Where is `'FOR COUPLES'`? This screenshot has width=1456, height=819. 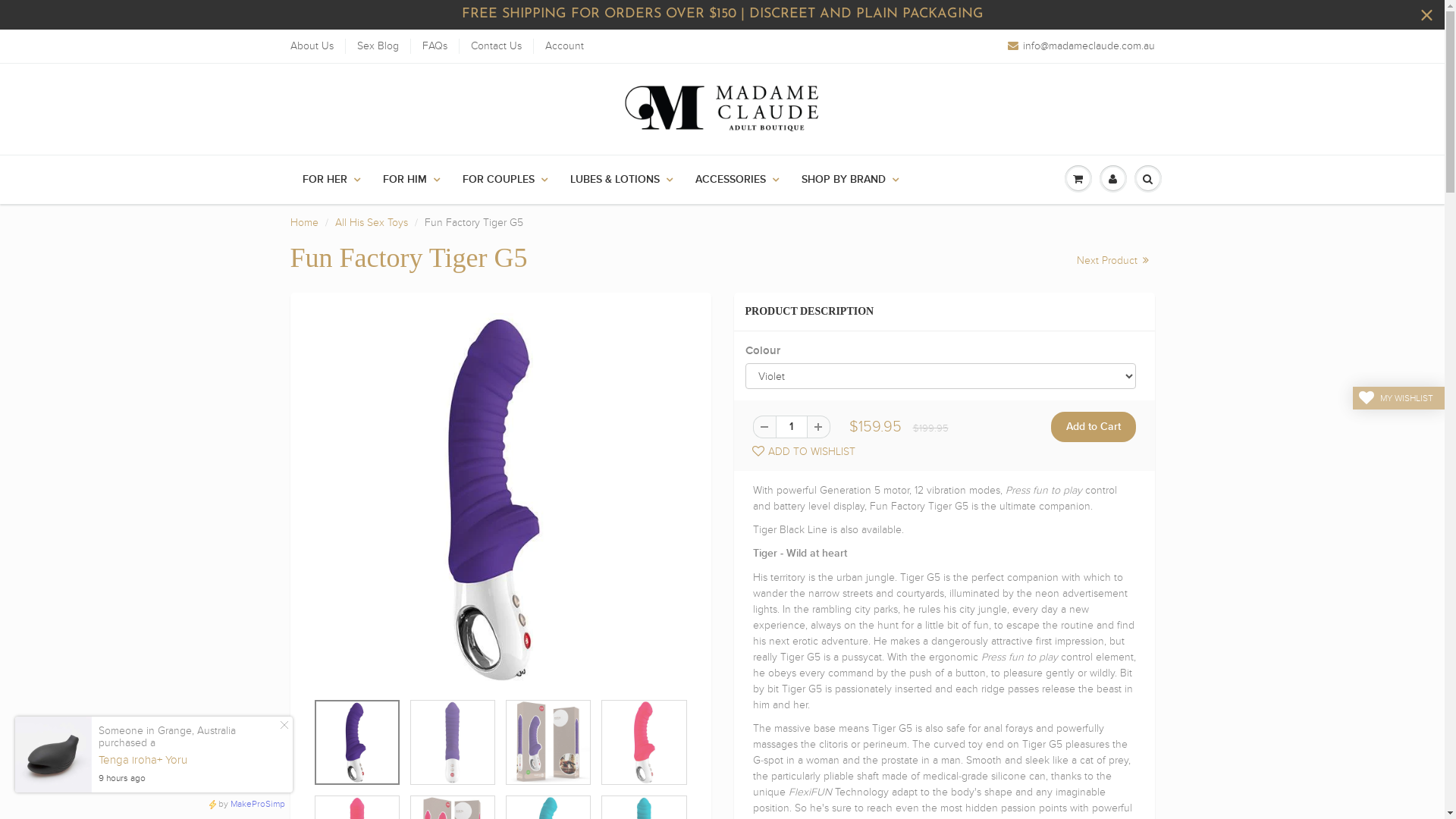 'FOR COUPLES' is located at coordinates (504, 178).